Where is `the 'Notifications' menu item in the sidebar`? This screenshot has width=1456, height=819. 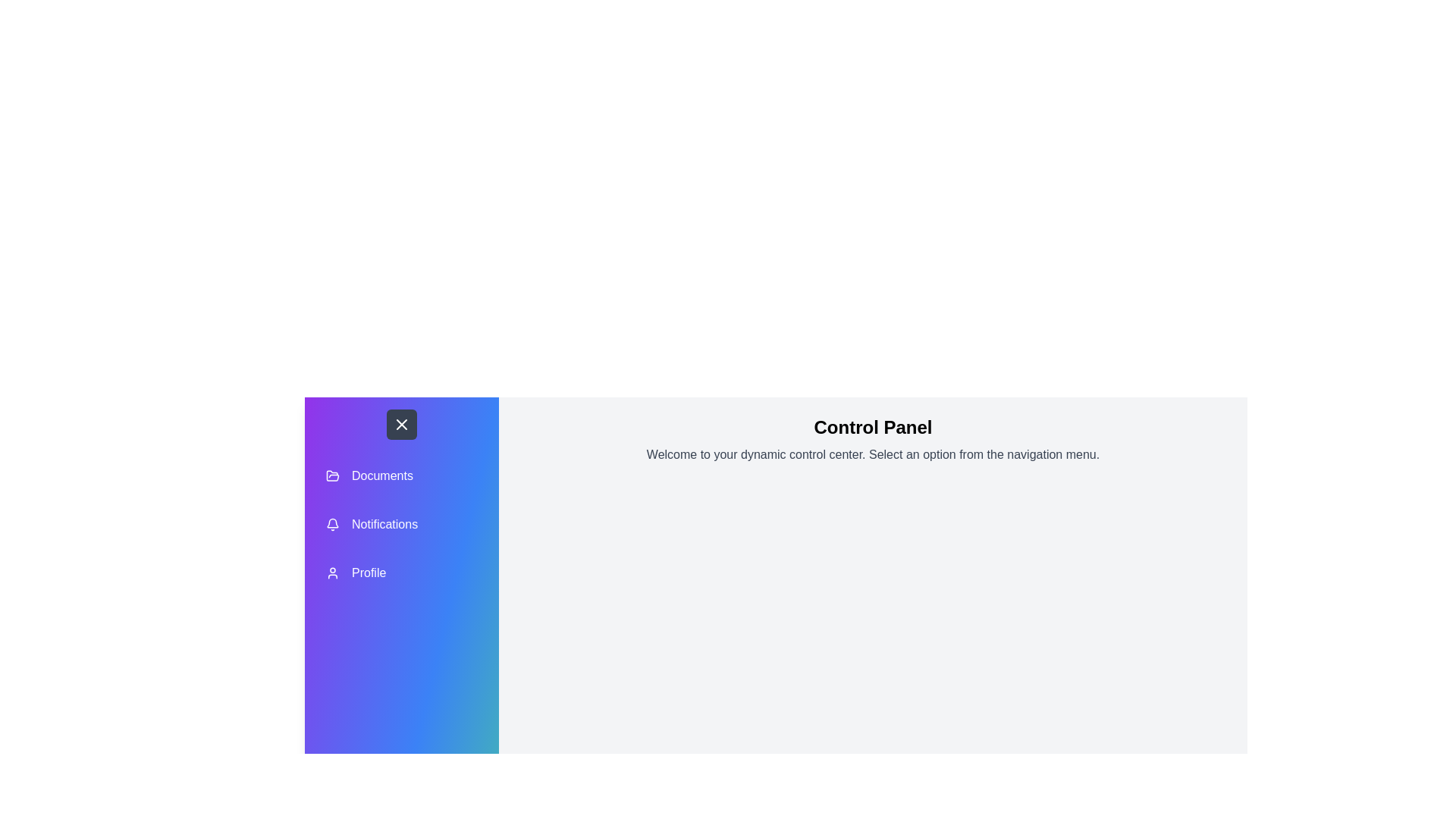
the 'Notifications' menu item in the sidebar is located at coordinates (401, 523).